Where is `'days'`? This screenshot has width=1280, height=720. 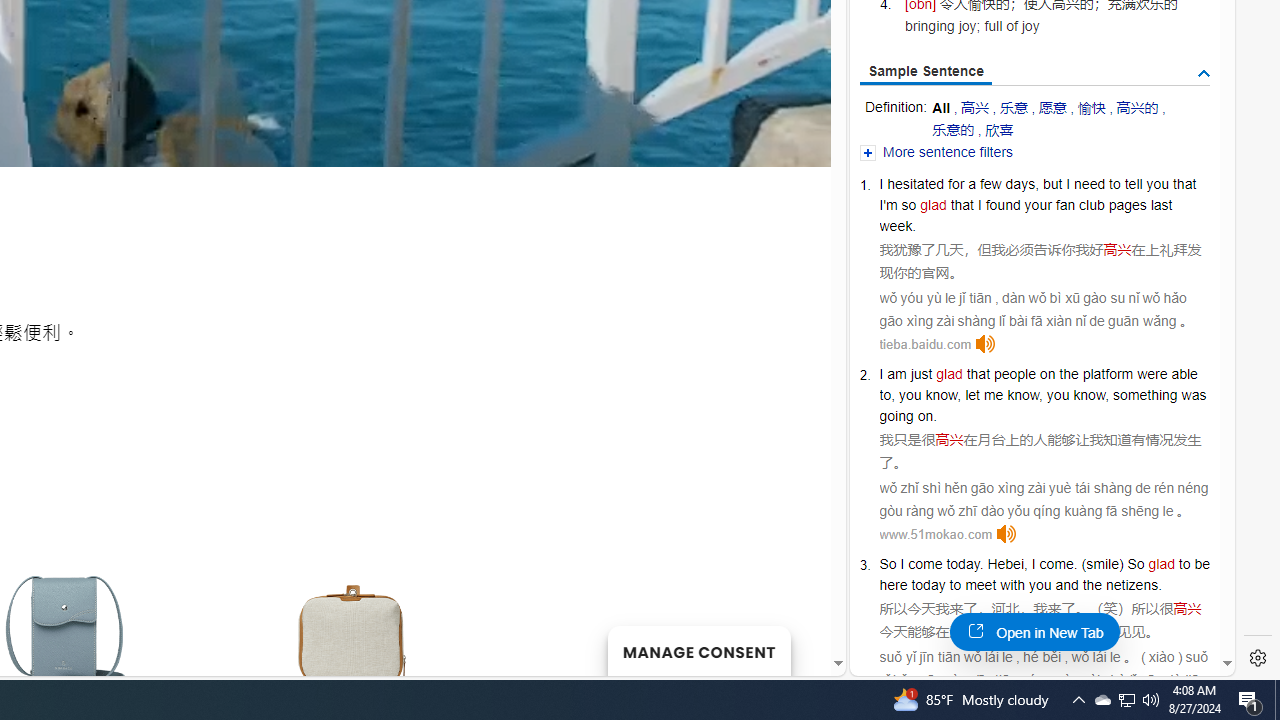
'days' is located at coordinates (1020, 183).